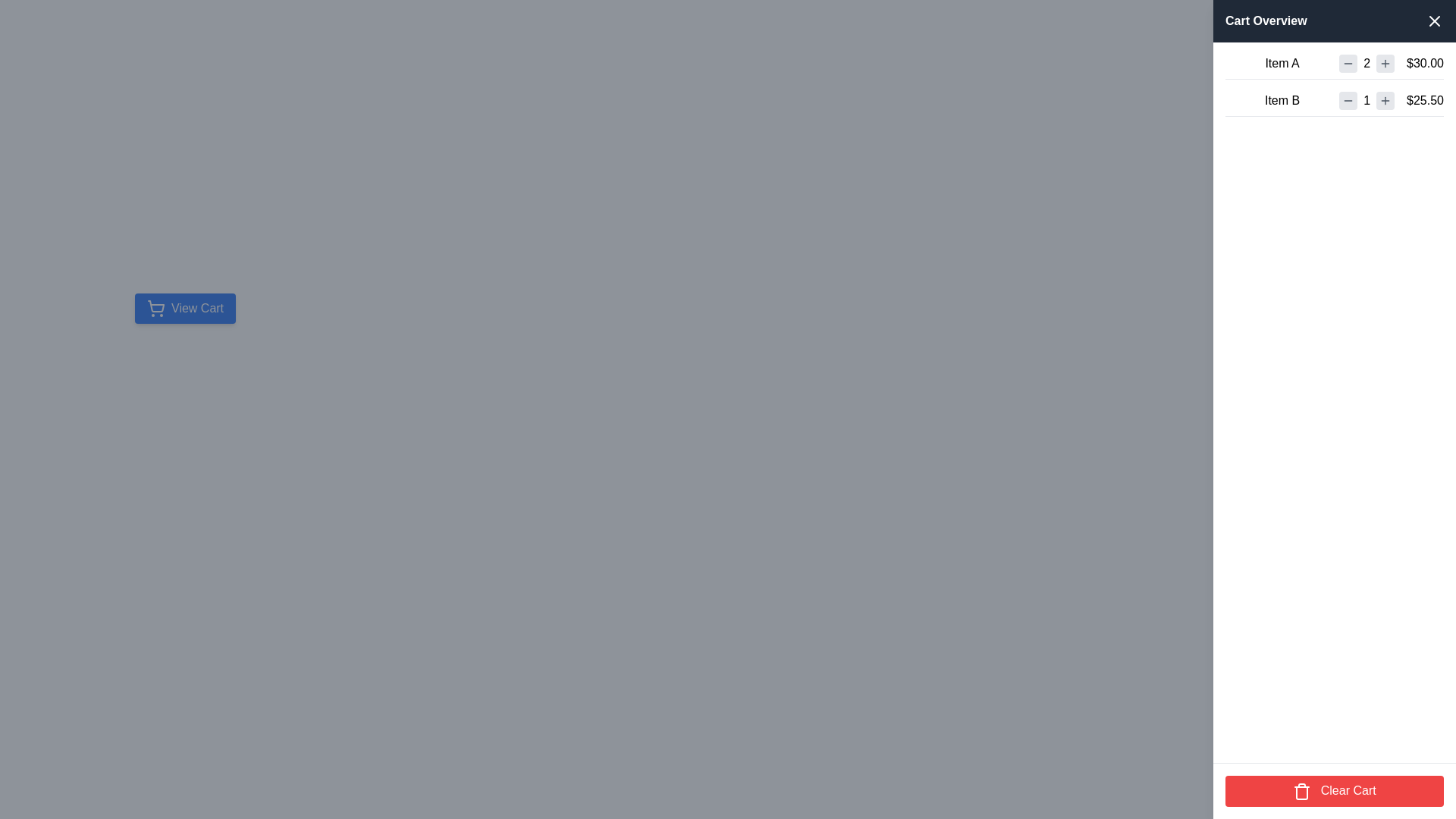 This screenshot has width=1456, height=819. What do you see at coordinates (1433, 20) in the screenshot?
I see `the button located in the top-right corner of the 'Cart Overview' section` at bounding box center [1433, 20].